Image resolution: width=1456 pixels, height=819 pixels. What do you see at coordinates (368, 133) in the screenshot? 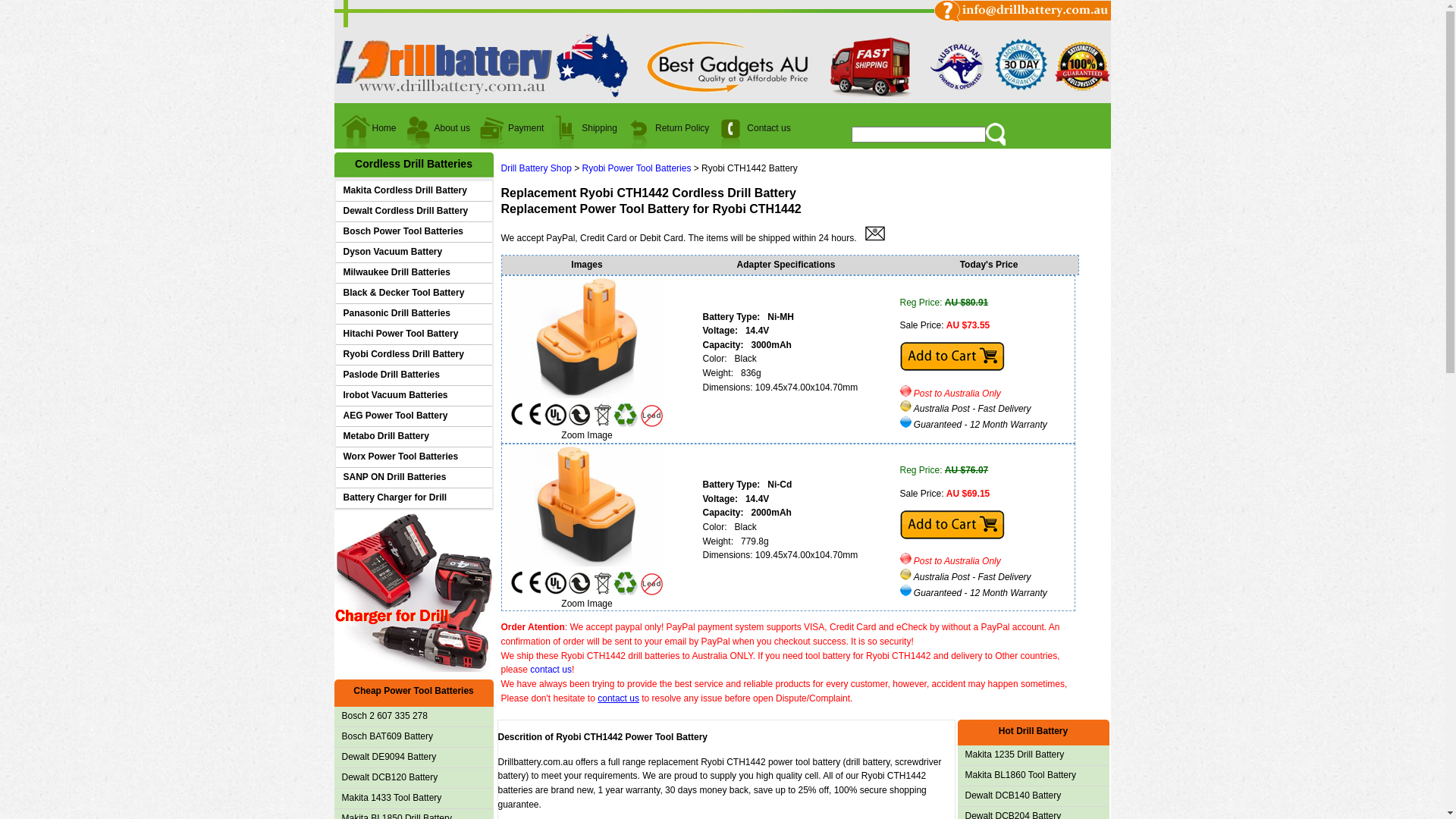
I see `'Home'` at bounding box center [368, 133].